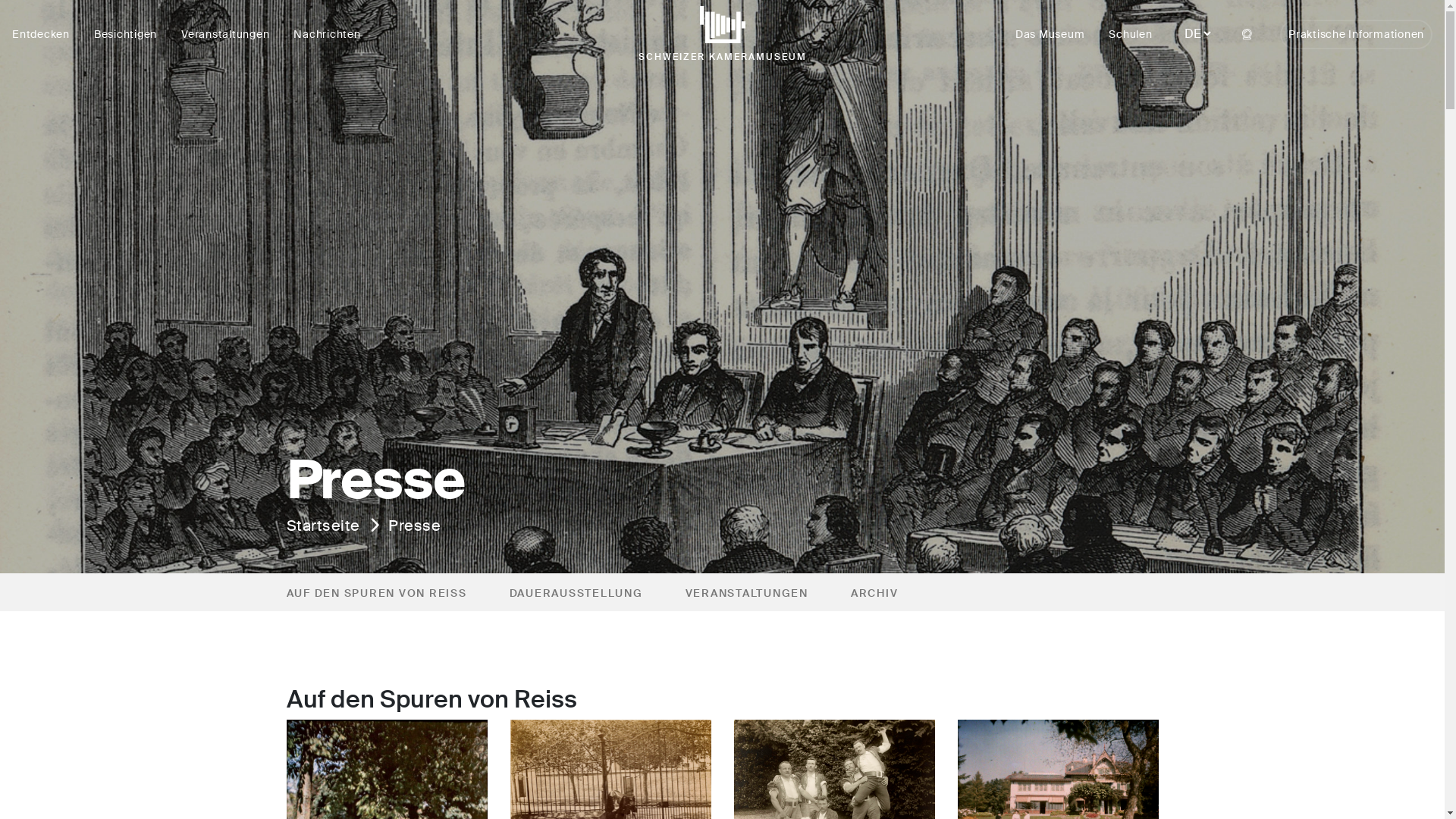 Image resolution: width=1456 pixels, height=819 pixels. I want to click on 'ARCHIV', so click(874, 592).